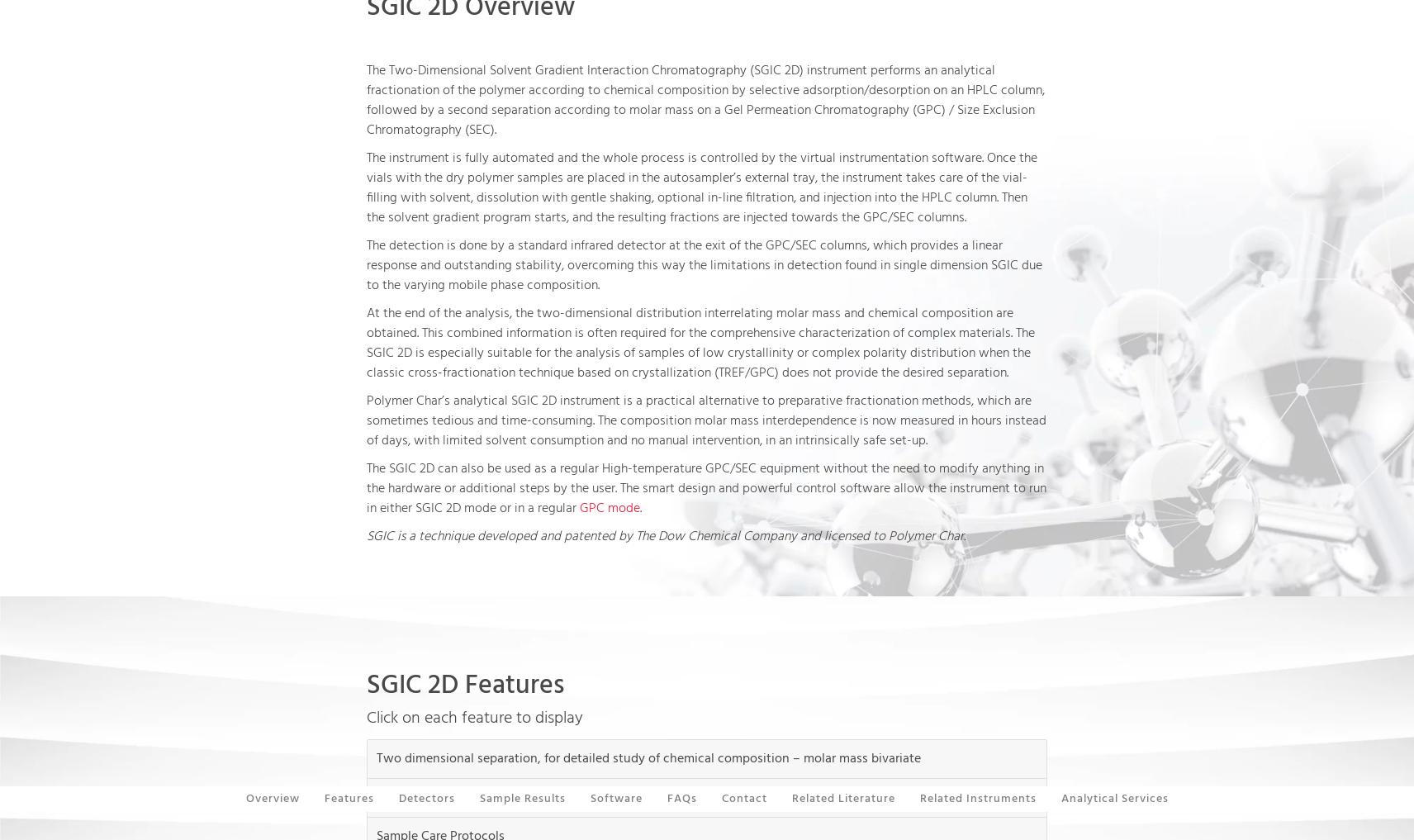  What do you see at coordinates (365, 265) in the screenshot?
I see `'The detection is done by a standard infrared detector at the exit of the GPC/SEC columns, which provides a linear response and outstanding stability, overcoming this way the limitations in detection found in single dimension SGIC due to the varying mobile phase composition.'` at bounding box center [365, 265].